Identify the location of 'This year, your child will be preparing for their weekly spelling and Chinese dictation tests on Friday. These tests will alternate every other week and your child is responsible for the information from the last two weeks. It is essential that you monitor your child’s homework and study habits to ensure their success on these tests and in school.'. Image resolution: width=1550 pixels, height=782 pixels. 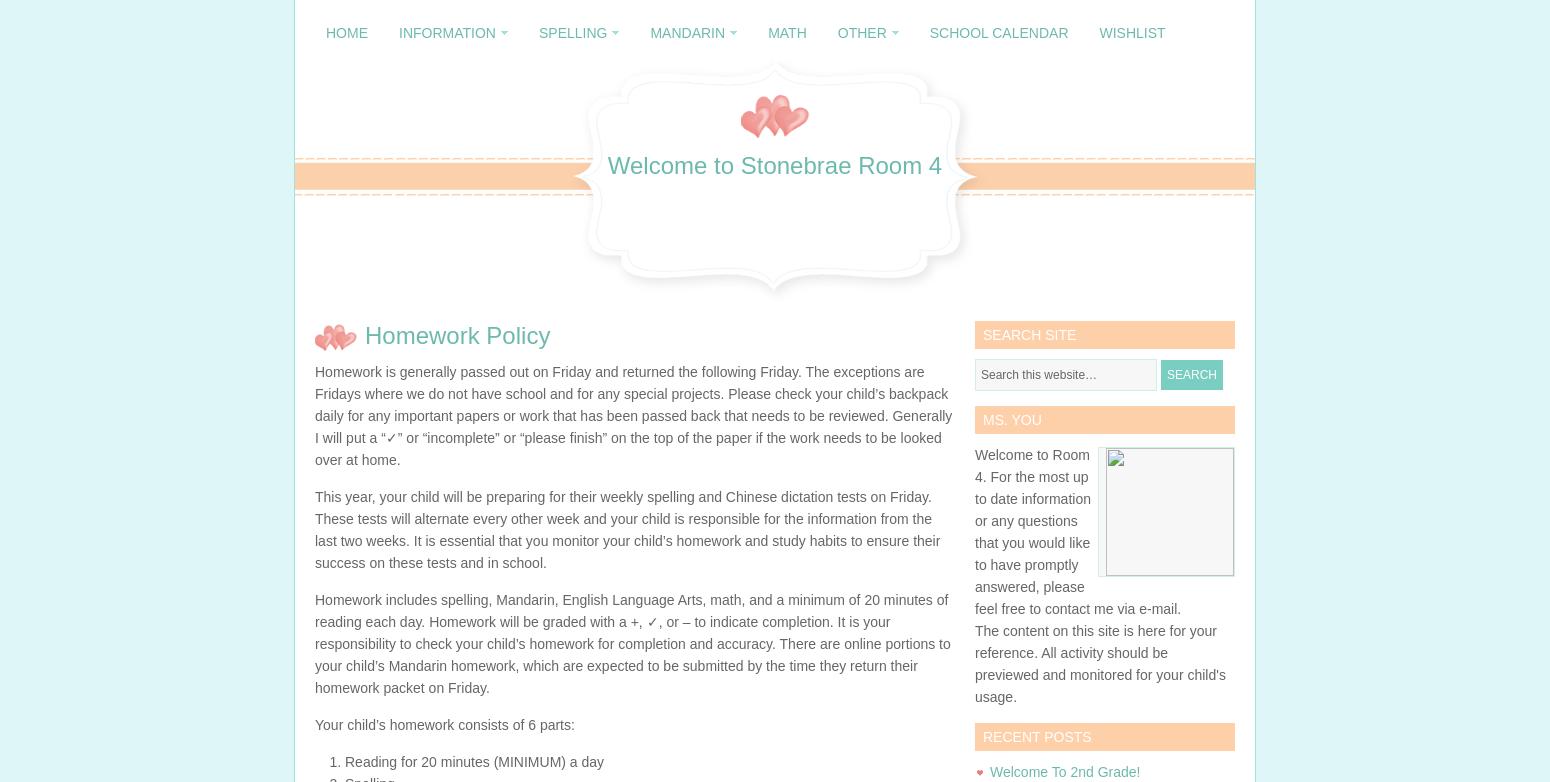
(626, 529).